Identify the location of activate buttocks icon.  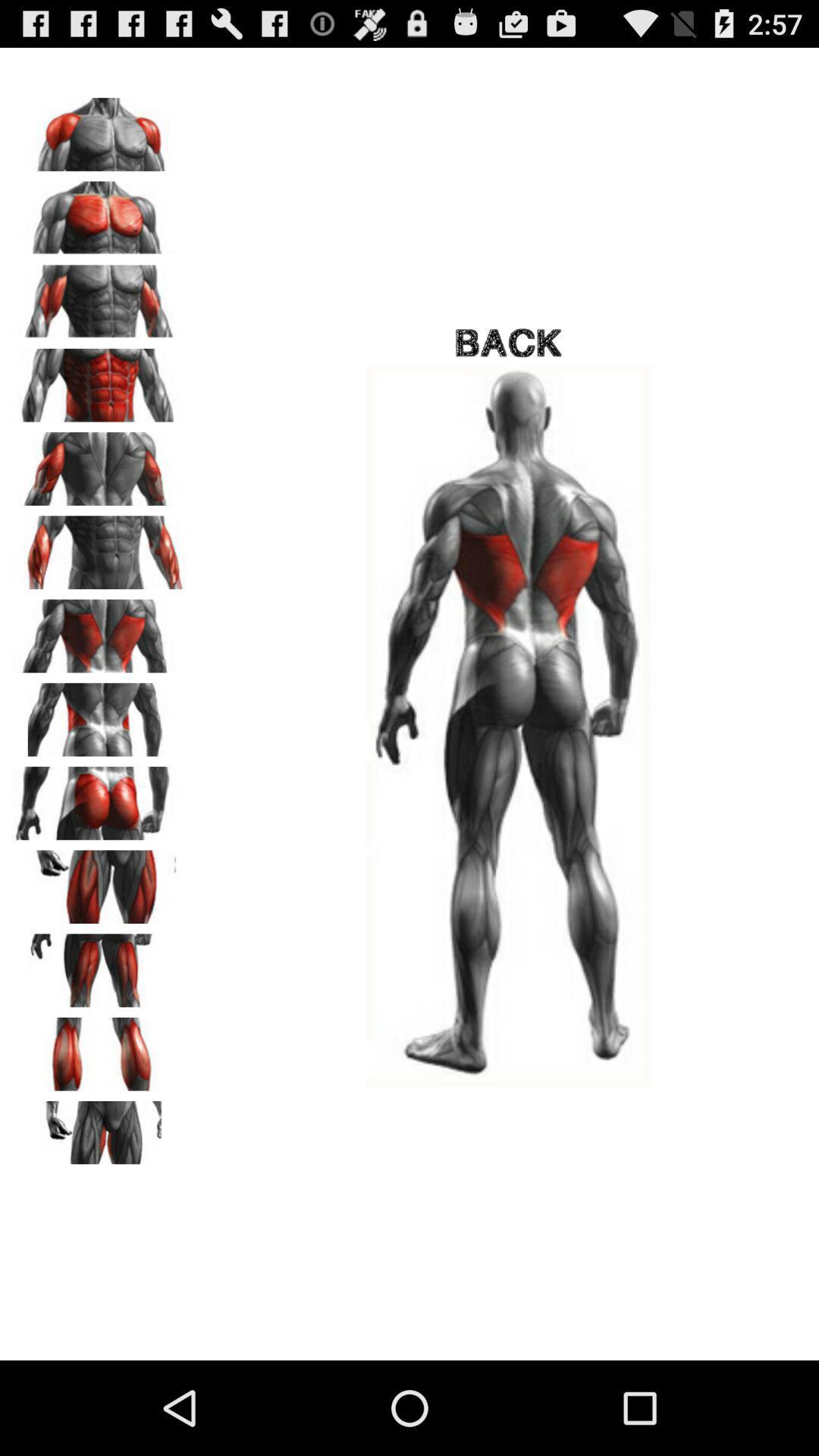
(99, 797).